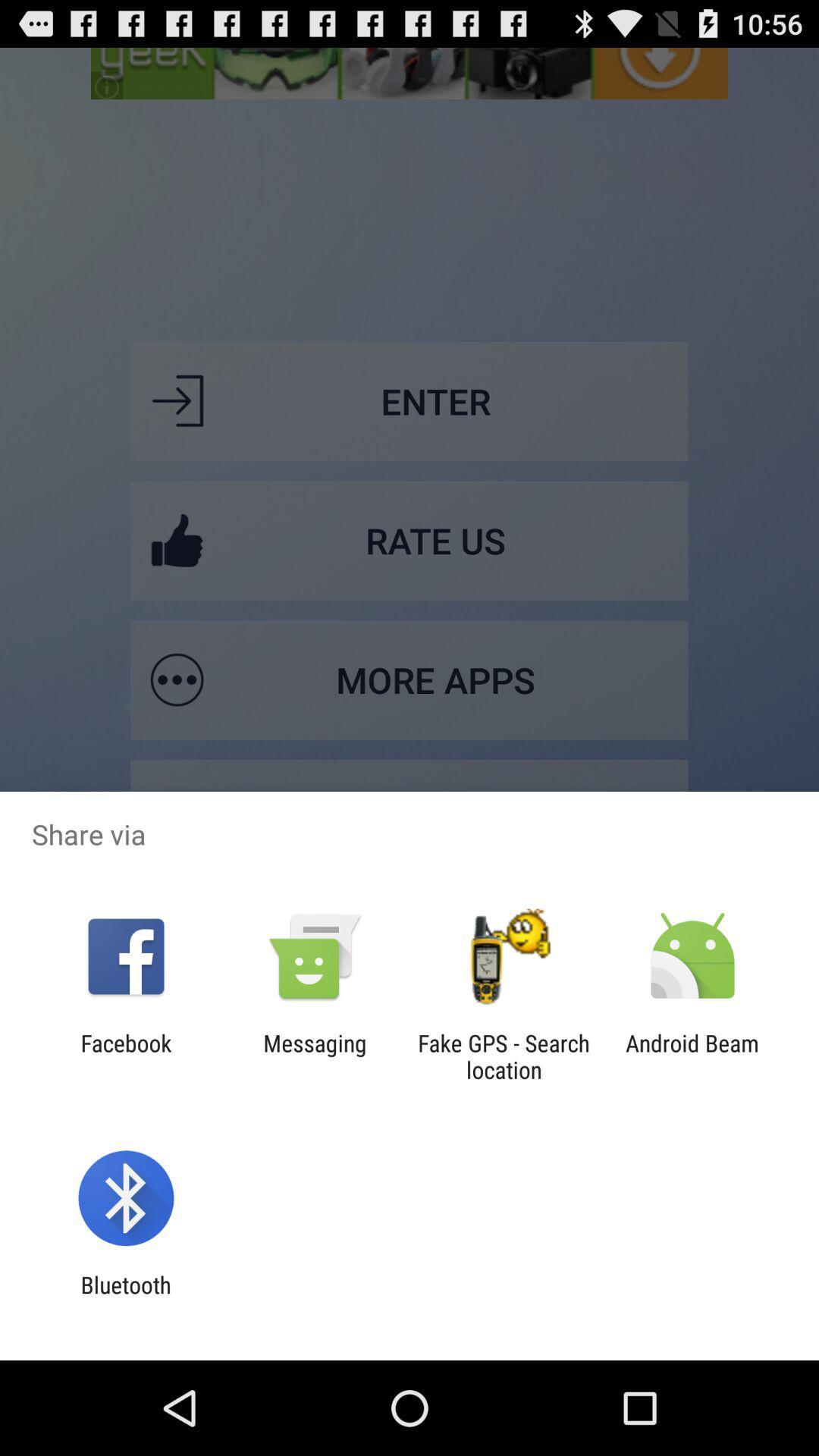  What do you see at coordinates (692, 1056) in the screenshot?
I see `android beam item` at bounding box center [692, 1056].